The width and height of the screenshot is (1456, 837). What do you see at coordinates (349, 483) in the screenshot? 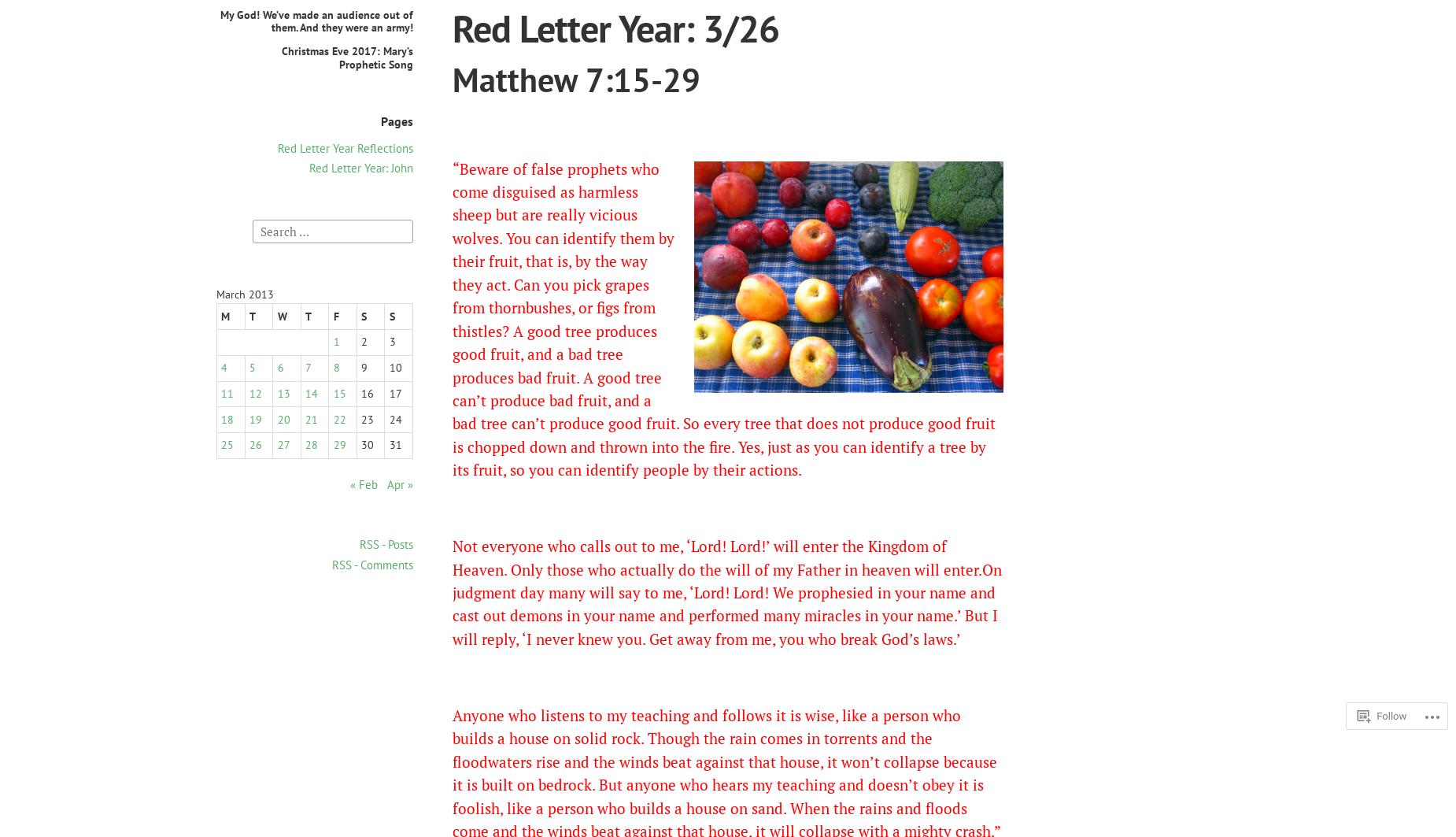
I see `'« Feb'` at bounding box center [349, 483].